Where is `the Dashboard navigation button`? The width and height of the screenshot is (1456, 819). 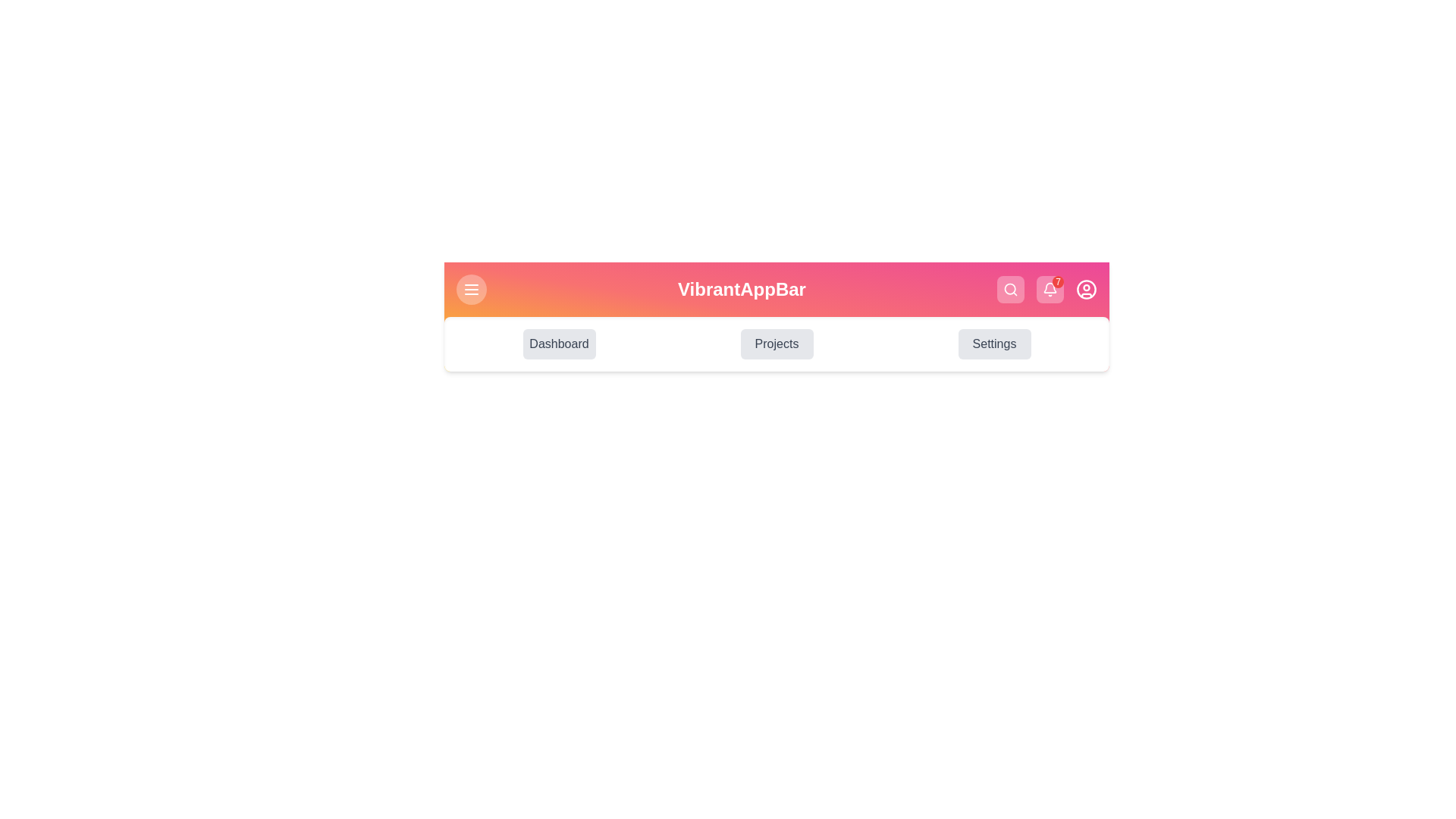
the Dashboard navigation button is located at coordinates (558, 344).